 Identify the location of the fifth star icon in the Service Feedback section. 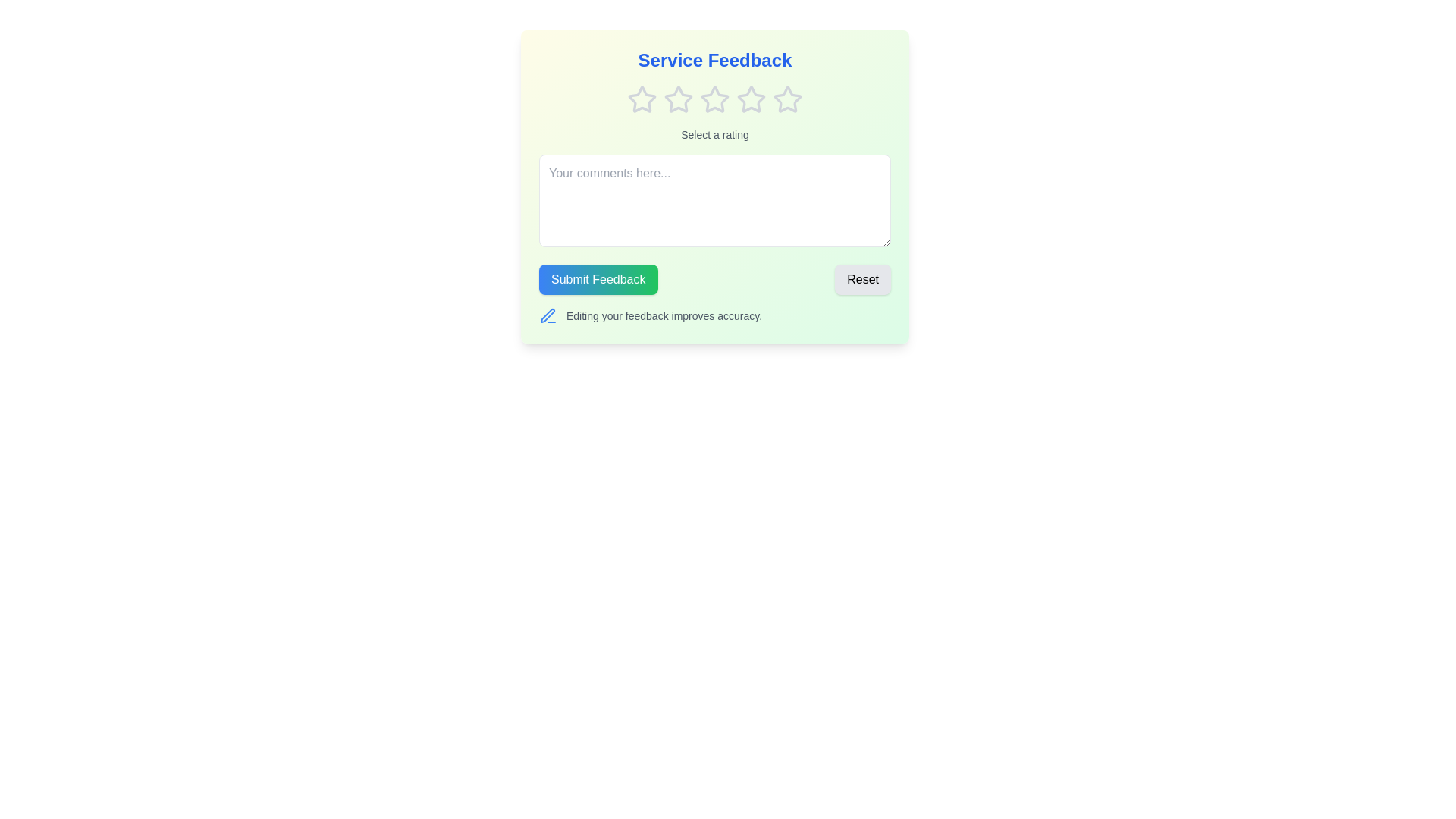
(786, 99).